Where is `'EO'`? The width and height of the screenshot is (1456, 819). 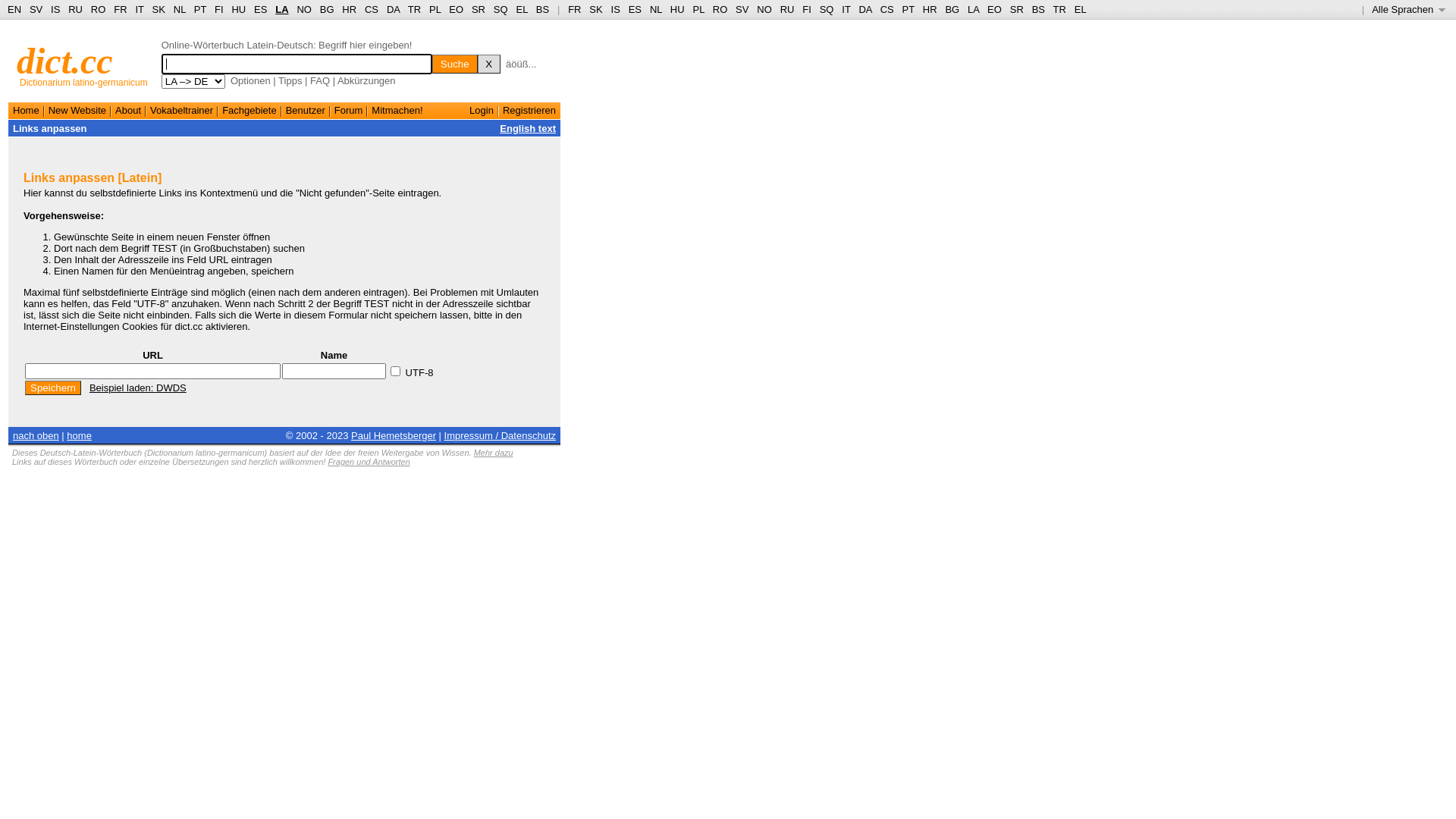
'EO' is located at coordinates (994, 9).